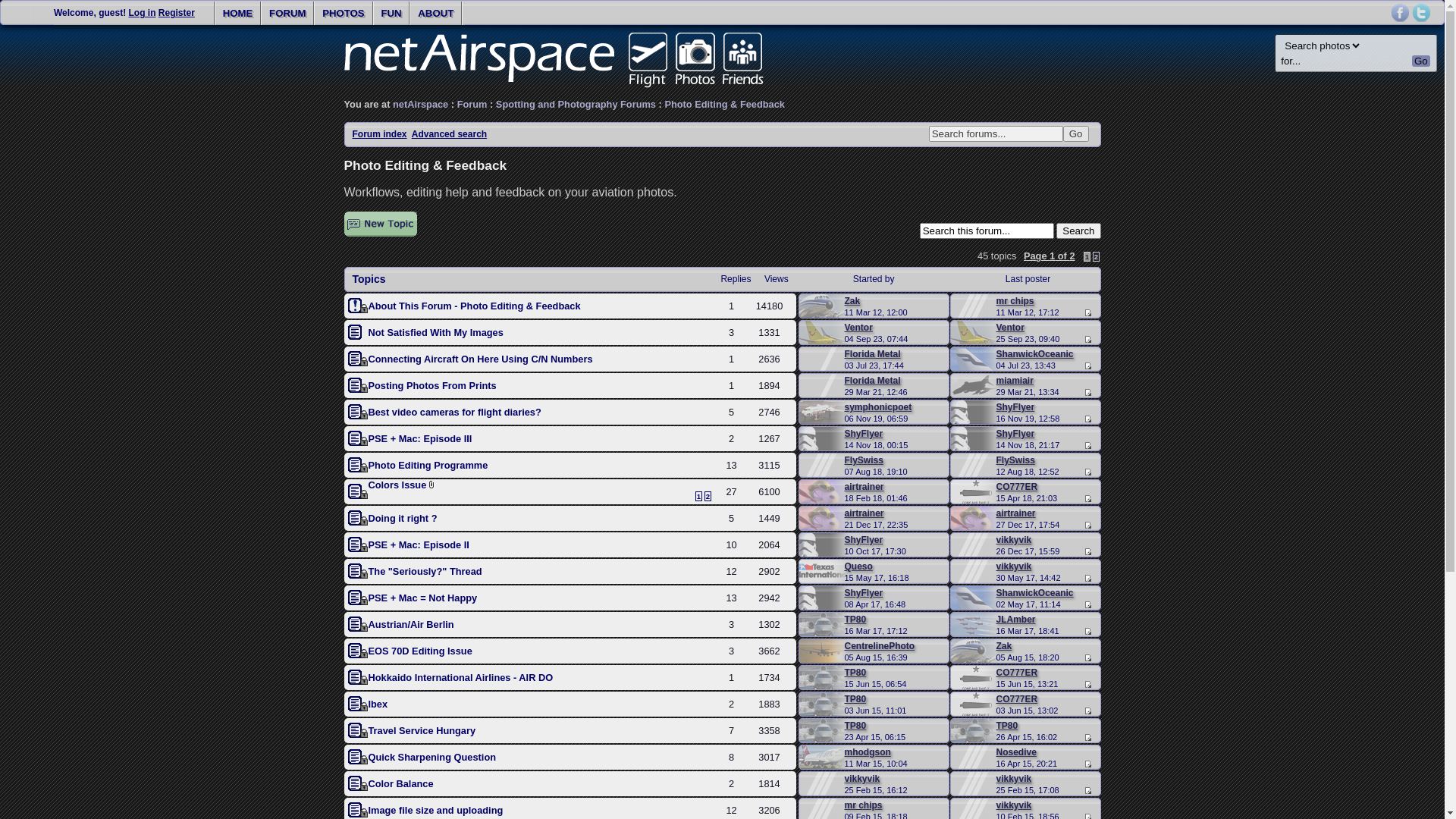  Describe the element at coordinates (142, 12) in the screenshot. I see `'Log in'` at that location.